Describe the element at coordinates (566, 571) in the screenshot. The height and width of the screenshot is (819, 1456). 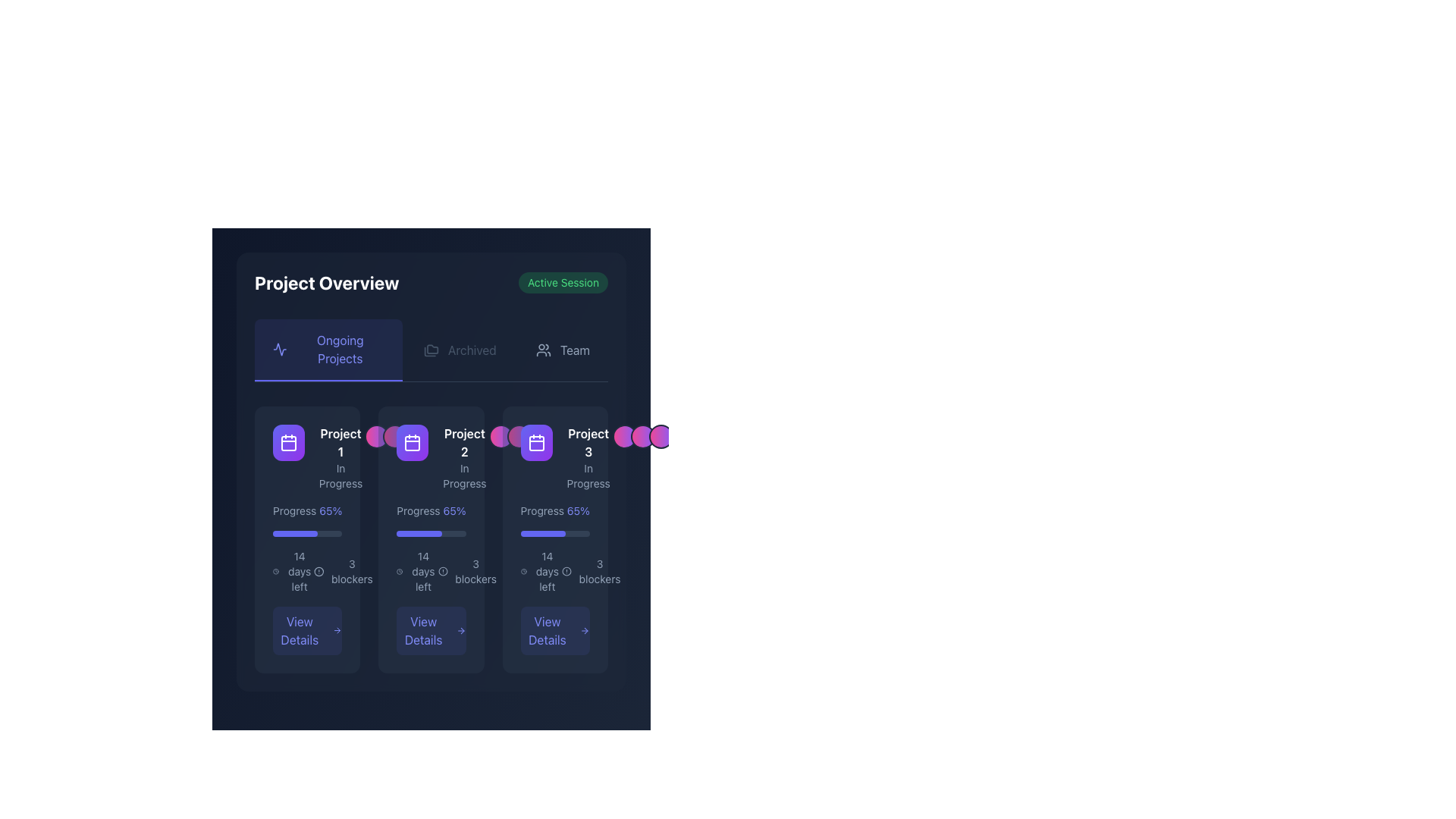
I see `the circular shape within the SVG graphic that serves as a notification or warning cue, located to the right of the 'Project 3' card in the 'Ongoing Projects' section` at that location.